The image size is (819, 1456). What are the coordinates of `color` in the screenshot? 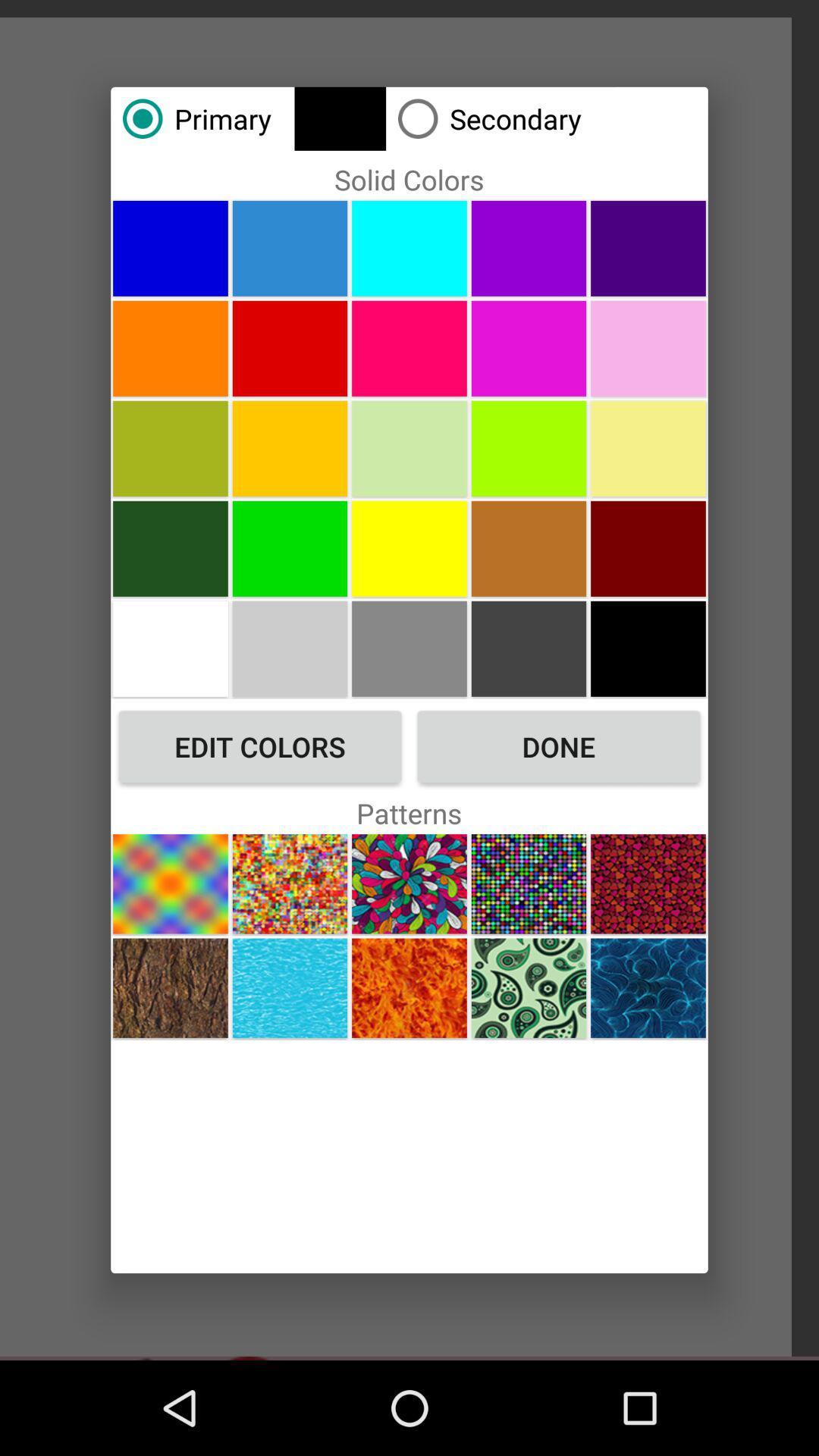 It's located at (170, 648).